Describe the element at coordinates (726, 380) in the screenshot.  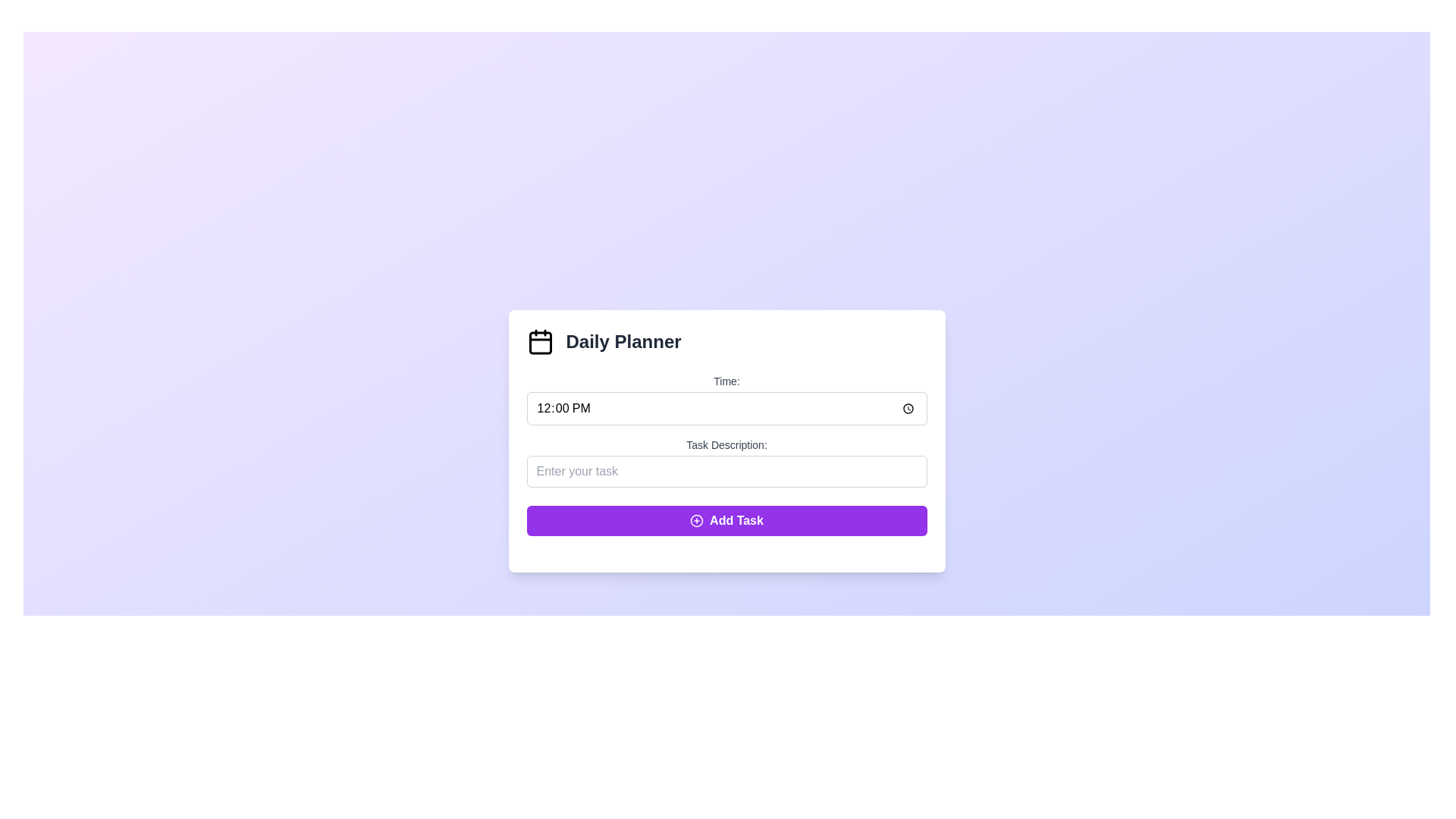
I see `the Text label that describes the purpose of the time input field, positioned above it in the 'Daily Planner' card` at that location.